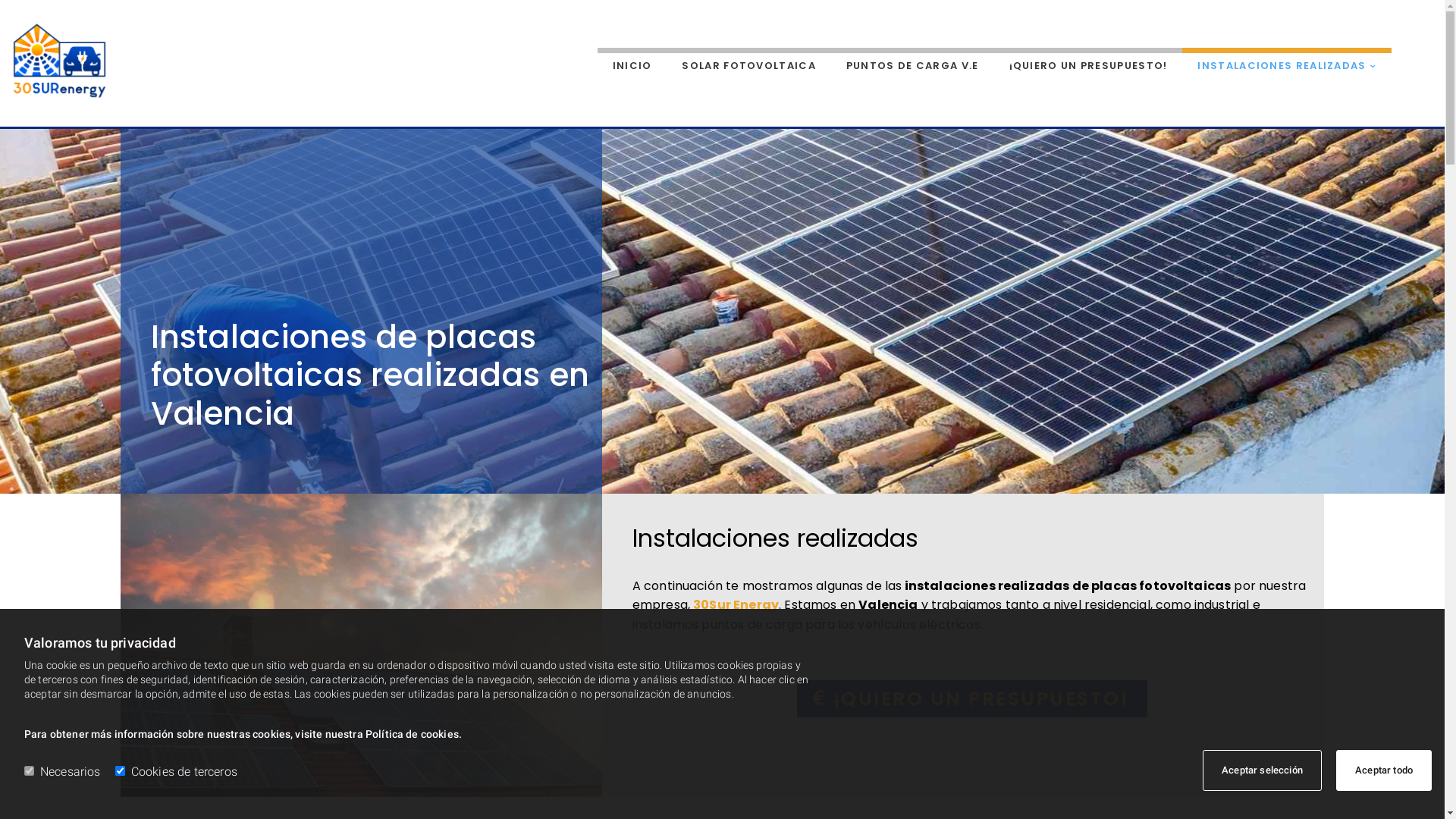 This screenshot has width=1456, height=819. Describe the element at coordinates (1383, 770) in the screenshot. I see `'Aceptar todo'` at that location.